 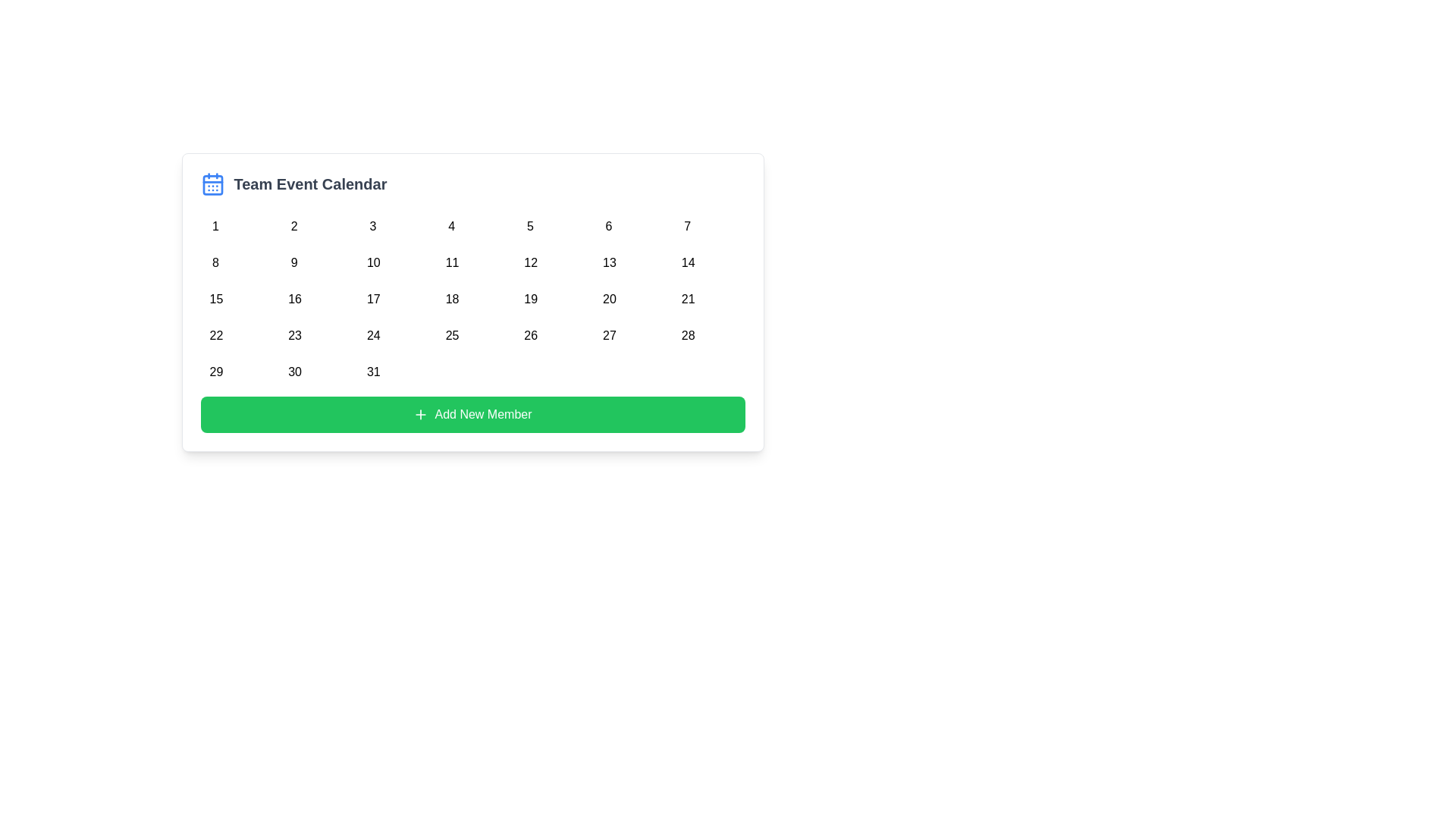 What do you see at coordinates (609, 332) in the screenshot?
I see `the calendar date button displaying the number '27' in the last column of the fourth row` at bounding box center [609, 332].